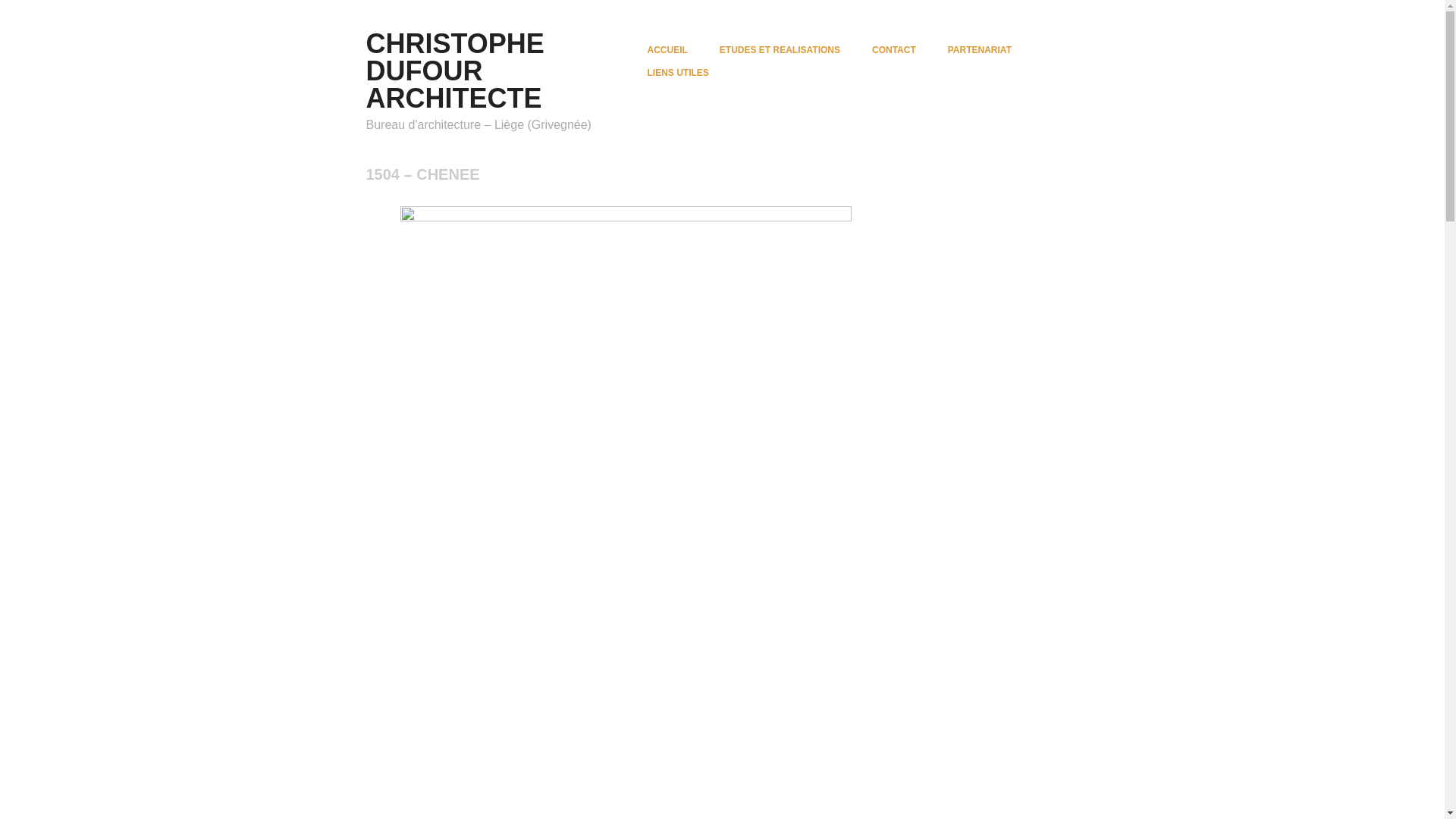 The width and height of the screenshot is (1456, 819). What do you see at coordinates (780, 49) in the screenshot?
I see `'ETUDES ET REALISATIONS'` at bounding box center [780, 49].